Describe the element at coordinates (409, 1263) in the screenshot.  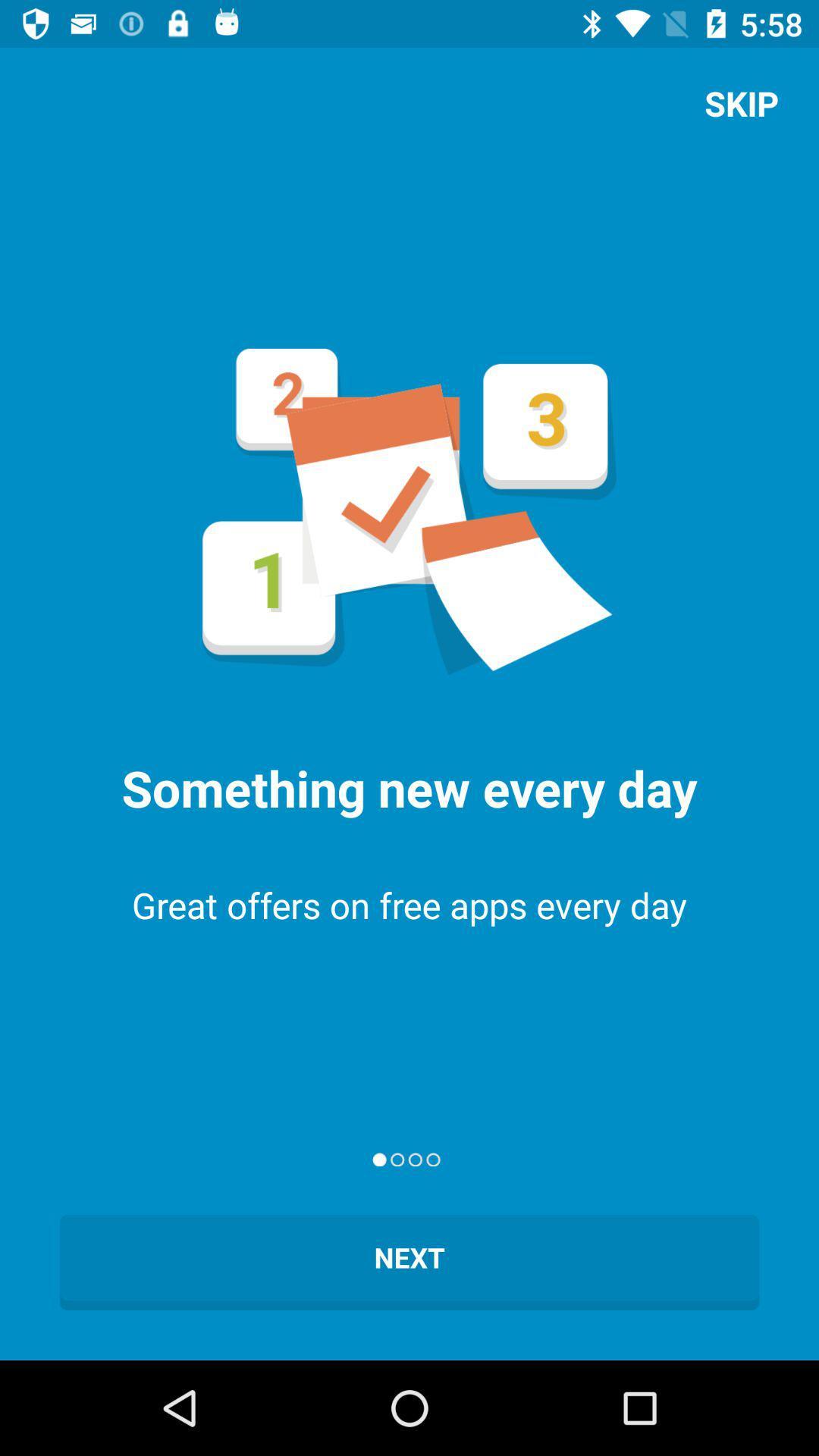
I see `the next item` at that location.